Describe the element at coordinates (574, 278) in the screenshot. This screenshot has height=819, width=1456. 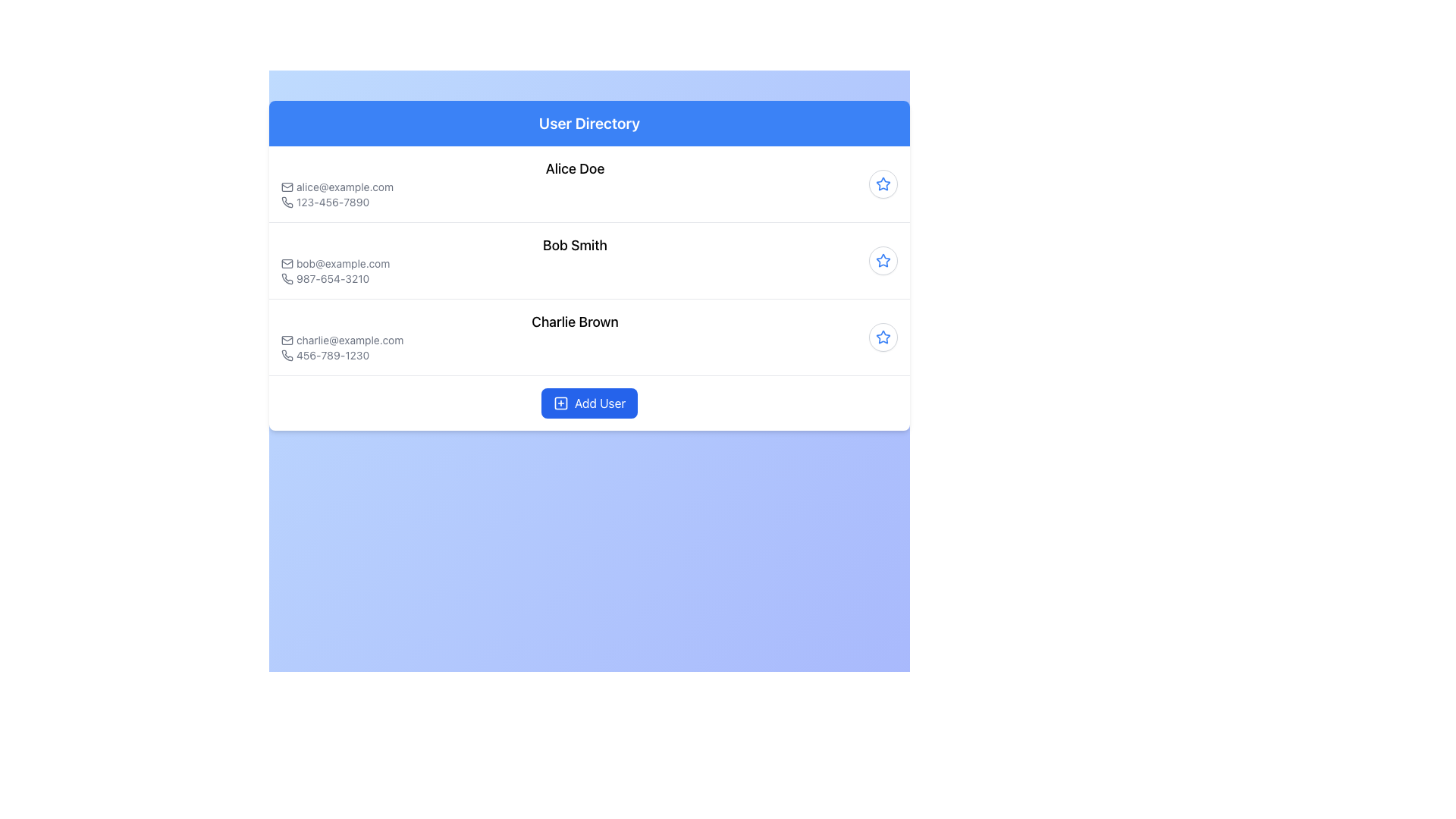
I see `the phone number display text label for user 'Bob Smith'` at that location.